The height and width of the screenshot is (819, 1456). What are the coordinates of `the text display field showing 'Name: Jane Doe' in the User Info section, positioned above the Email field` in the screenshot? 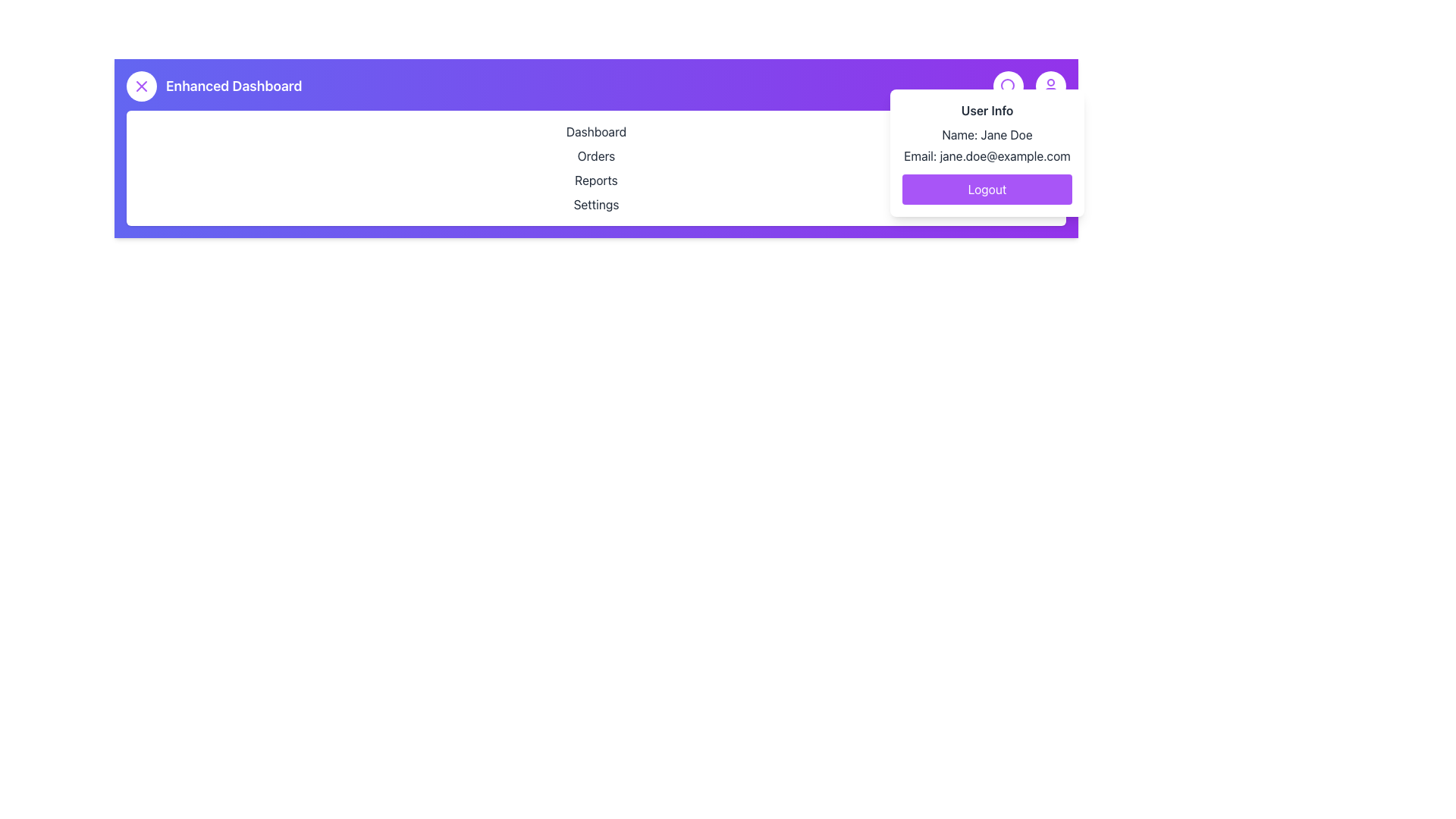 It's located at (987, 133).